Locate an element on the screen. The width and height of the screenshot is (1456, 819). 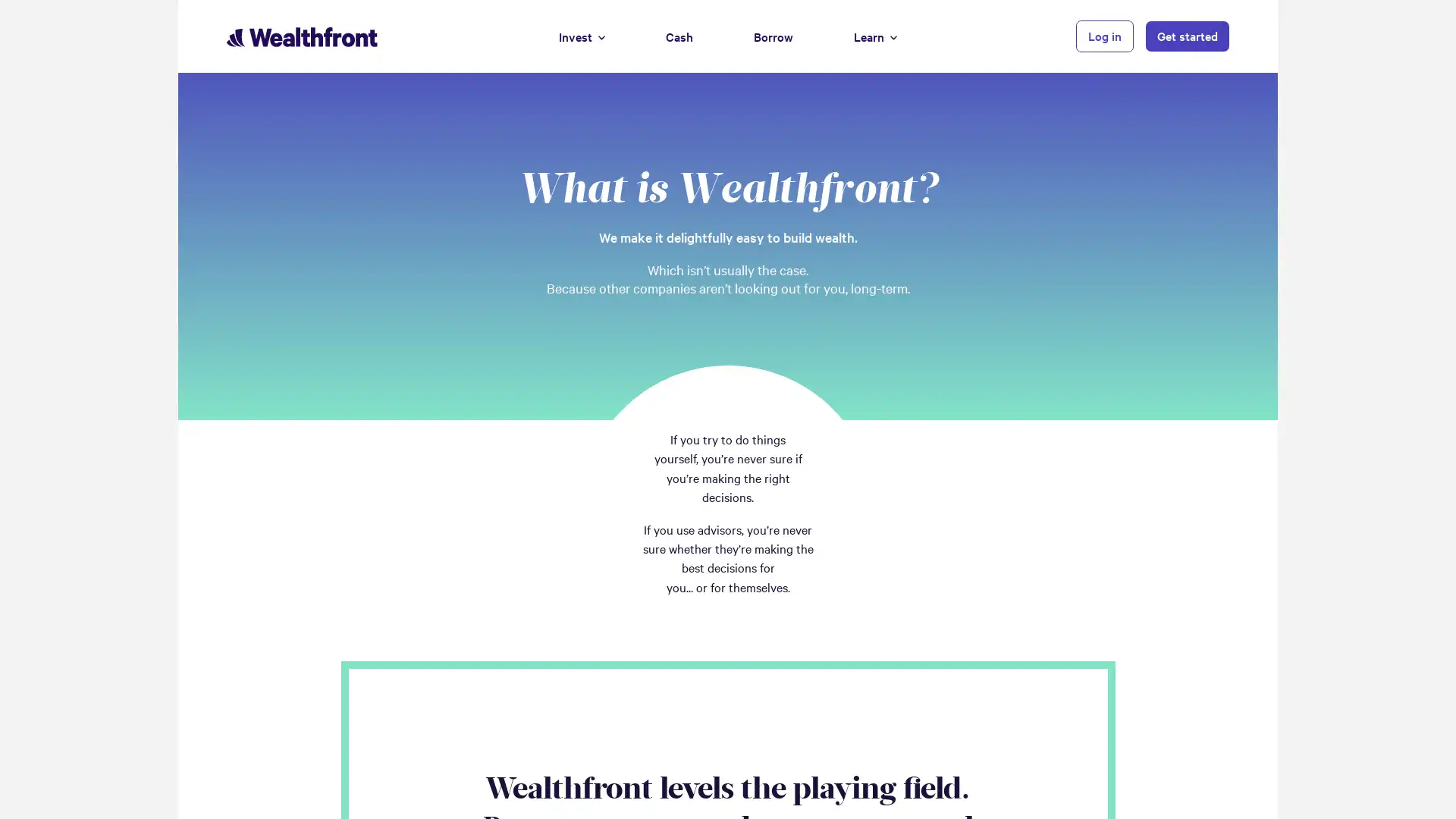
Learn is located at coordinates (875, 35).